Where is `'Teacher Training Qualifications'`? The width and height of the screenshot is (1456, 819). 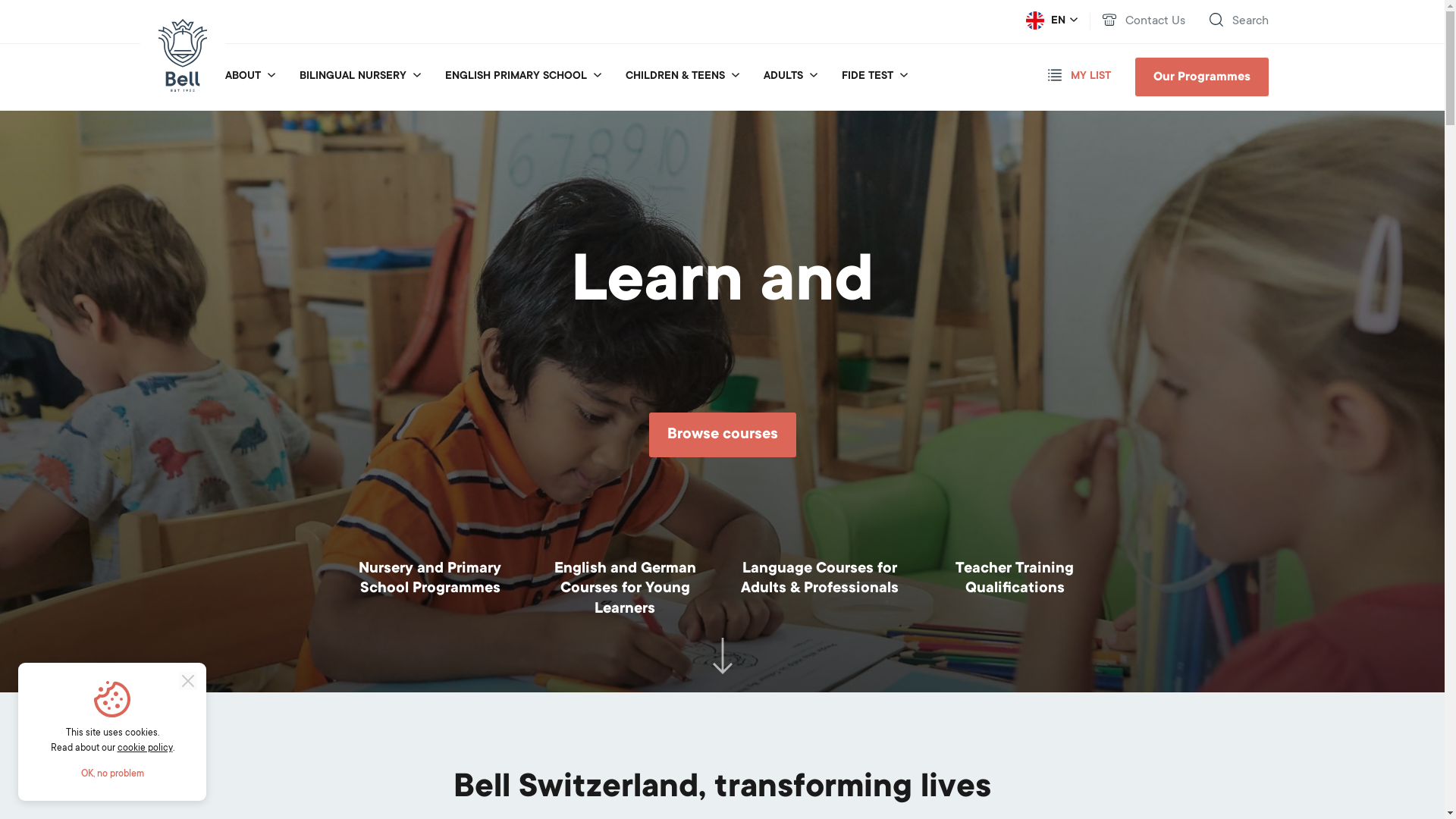
'Teacher Training Qualifications' is located at coordinates (1015, 579).